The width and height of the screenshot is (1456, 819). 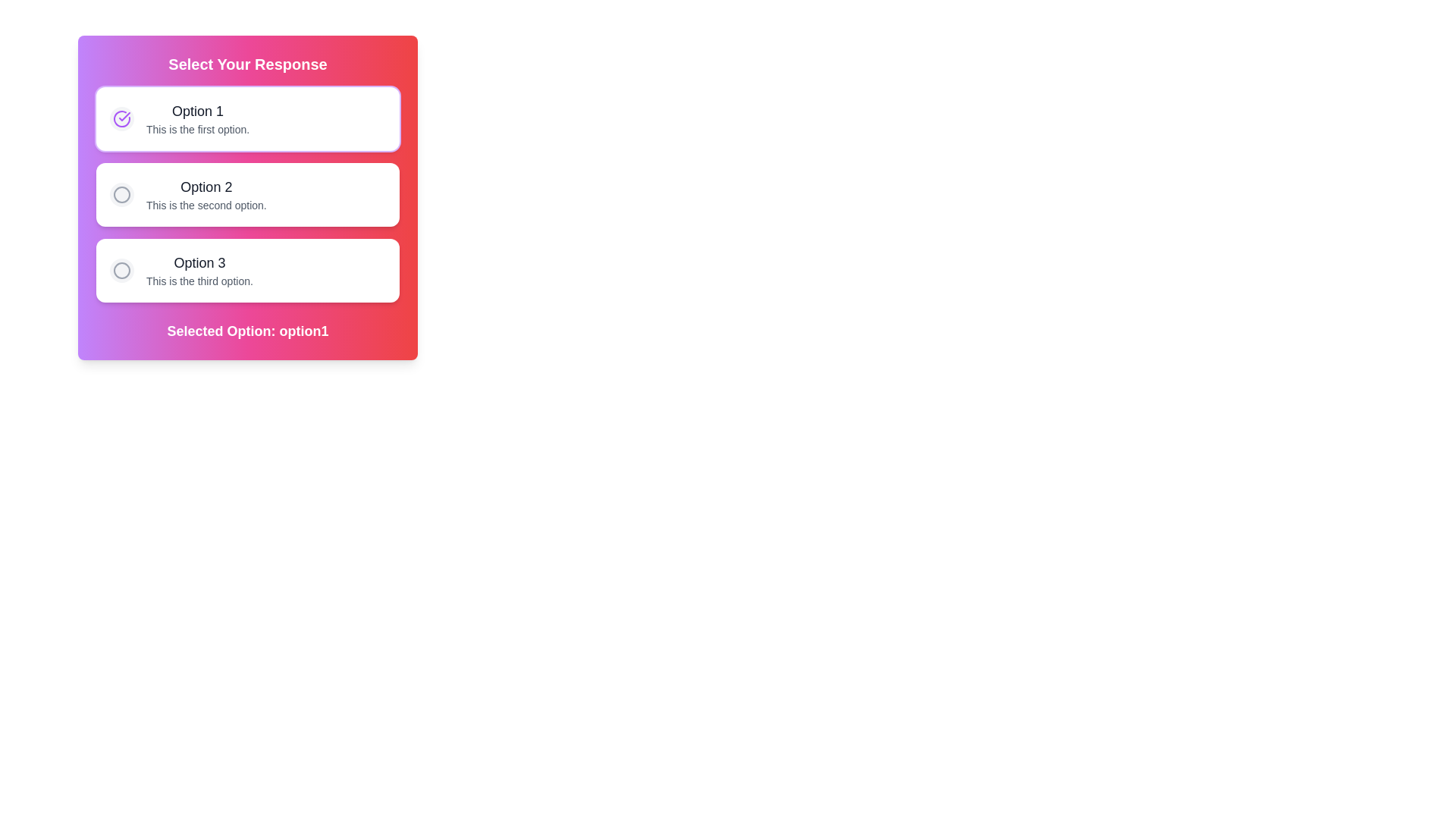 I want to click on the text label providing additional information about 'Option 3', which is located beneath the 'Option 3' text in a vertical list of options, so click(x=199, y=281).